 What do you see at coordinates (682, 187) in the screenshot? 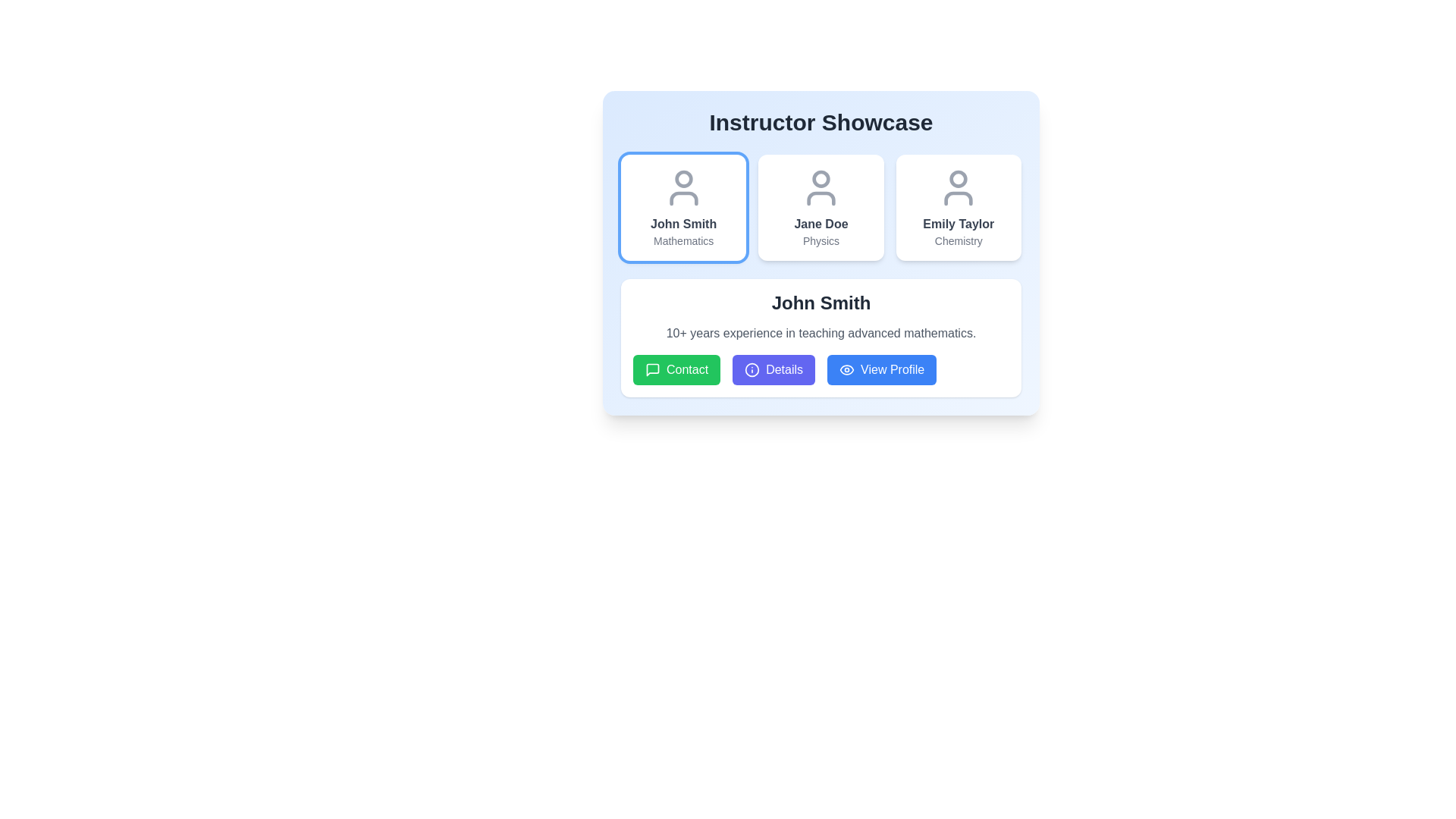
I see `the user profile icon, which is a gray silhouette on a white background, located at the center top of the box containing the name 'John Smith' and the text 'Mathematics'` at bounding box center [682, 187].